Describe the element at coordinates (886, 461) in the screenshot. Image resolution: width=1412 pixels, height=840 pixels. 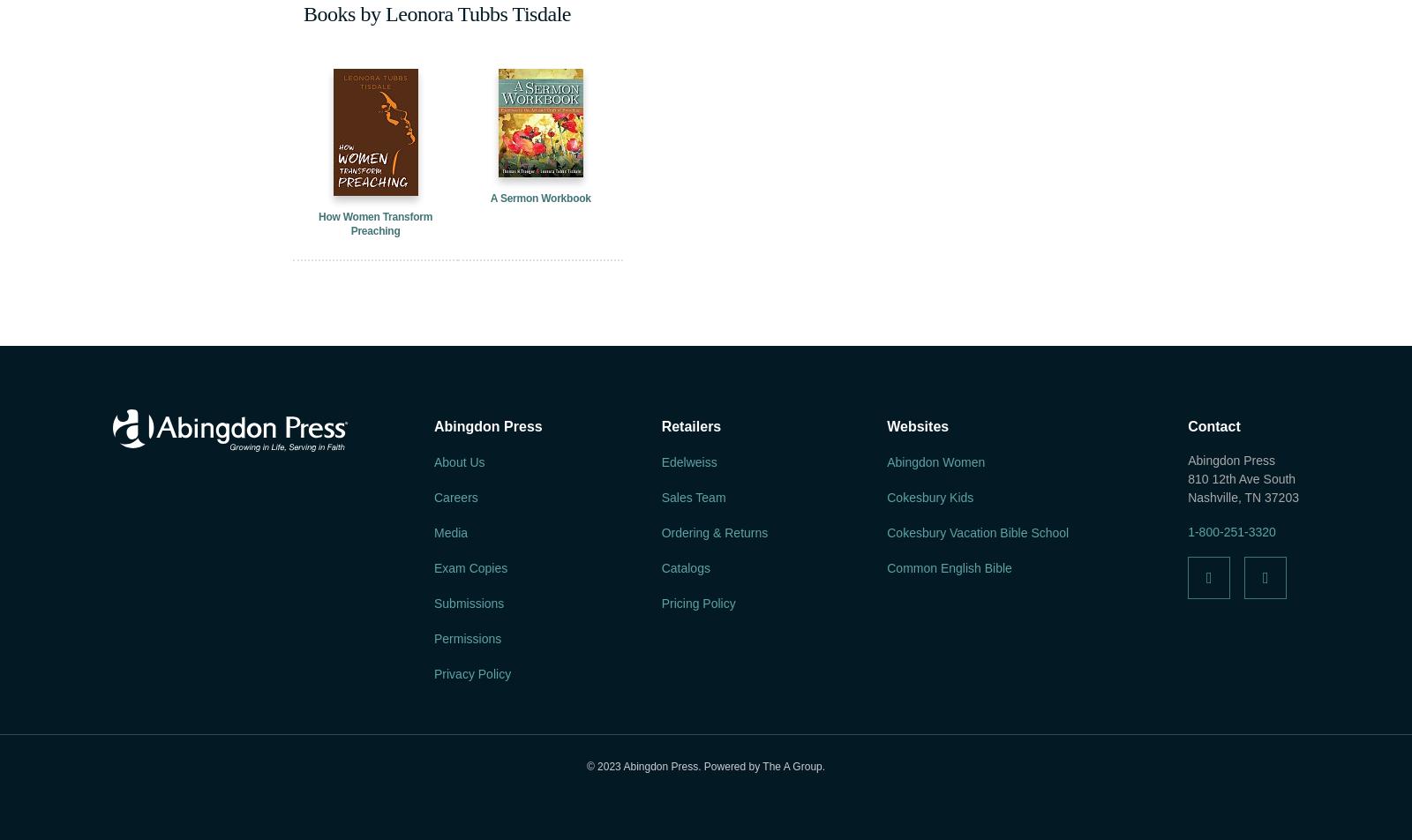
I see `'Abingdon Women'` at that location.